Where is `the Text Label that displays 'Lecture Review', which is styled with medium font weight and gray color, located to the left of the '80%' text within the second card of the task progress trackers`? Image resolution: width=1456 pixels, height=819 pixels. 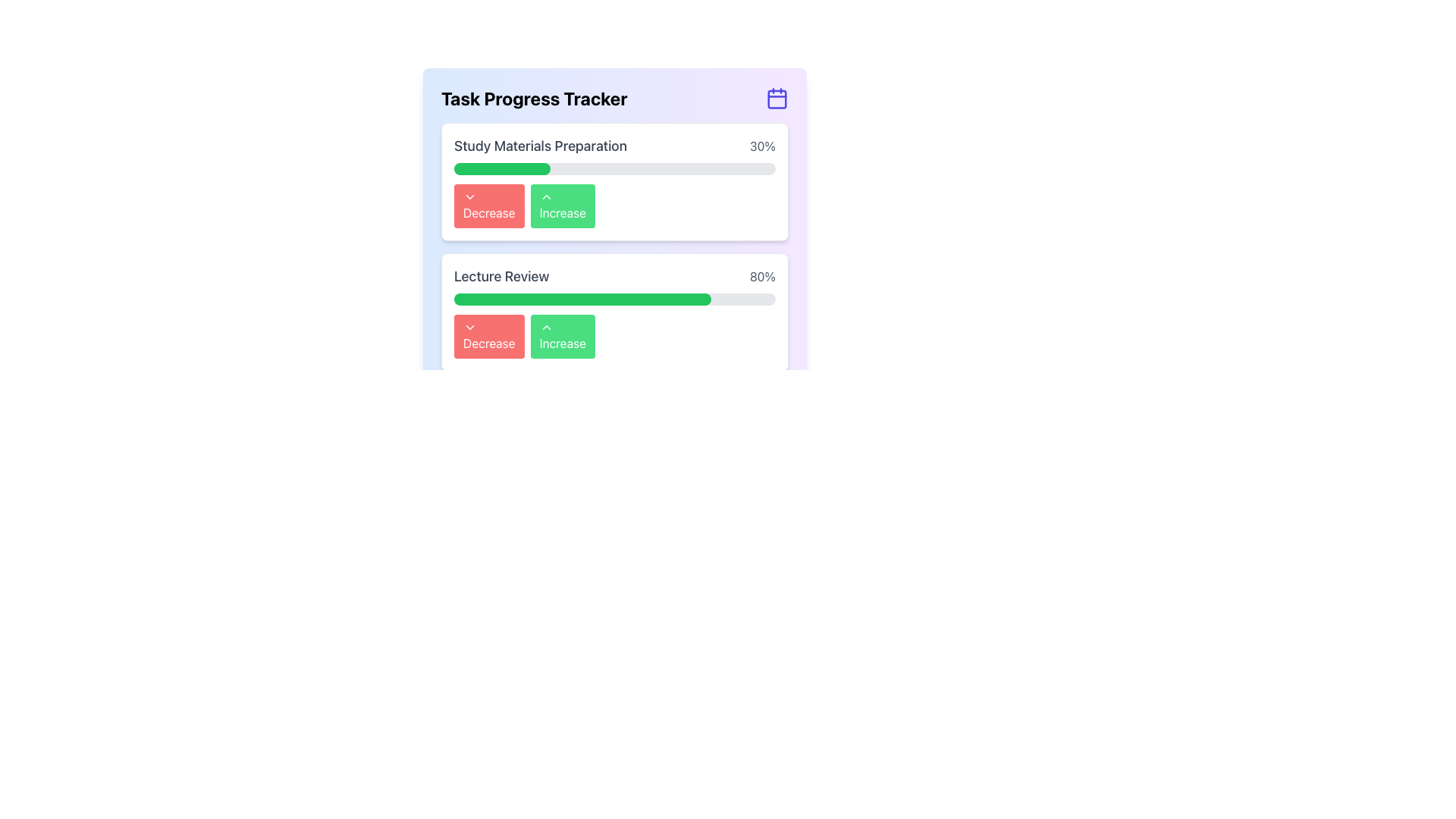 the Text Label that displays 'Lecture Review', which is styled with medium font weight and gray color, located to the left of the '80%' text within the second card of the task progress trackers is located at coordinates (501, 277).